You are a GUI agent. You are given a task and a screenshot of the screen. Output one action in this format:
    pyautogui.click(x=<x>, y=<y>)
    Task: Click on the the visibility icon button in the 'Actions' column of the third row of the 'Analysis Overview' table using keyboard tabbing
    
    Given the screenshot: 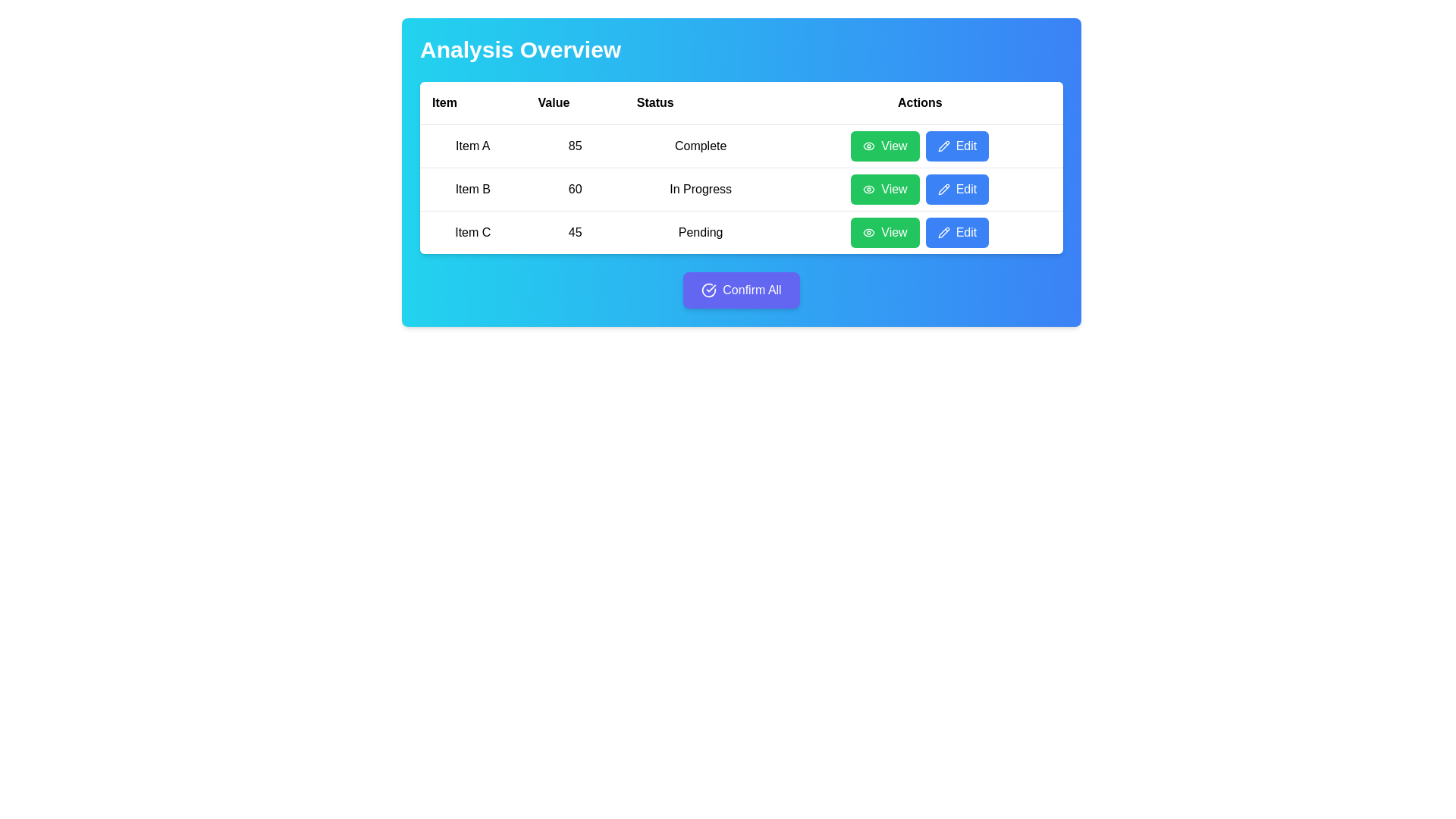 What is the action you would take?
    pyautogui.click(x=869, y=233)
    